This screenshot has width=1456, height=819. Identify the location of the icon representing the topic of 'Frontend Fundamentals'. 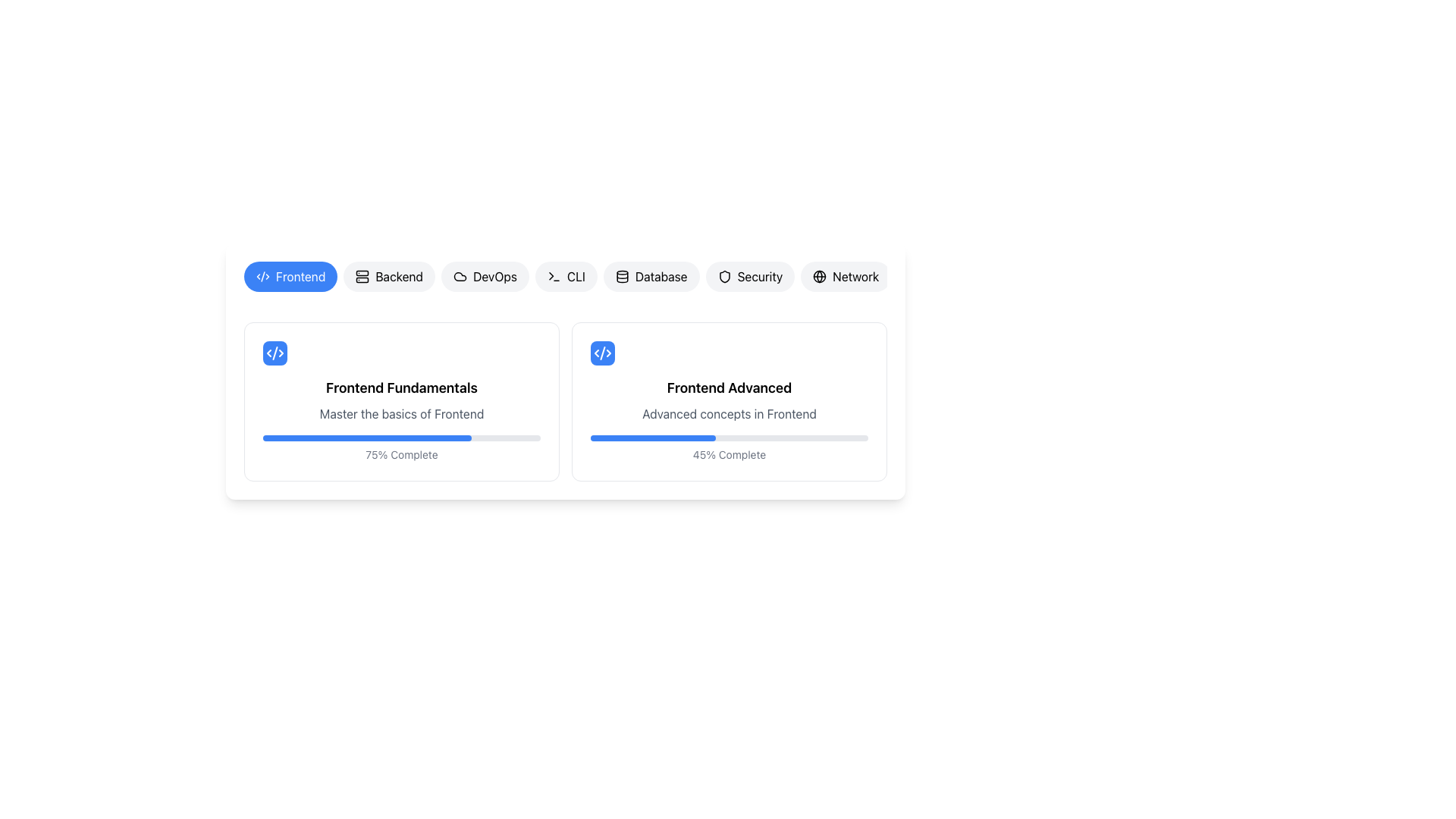
(275, 353).